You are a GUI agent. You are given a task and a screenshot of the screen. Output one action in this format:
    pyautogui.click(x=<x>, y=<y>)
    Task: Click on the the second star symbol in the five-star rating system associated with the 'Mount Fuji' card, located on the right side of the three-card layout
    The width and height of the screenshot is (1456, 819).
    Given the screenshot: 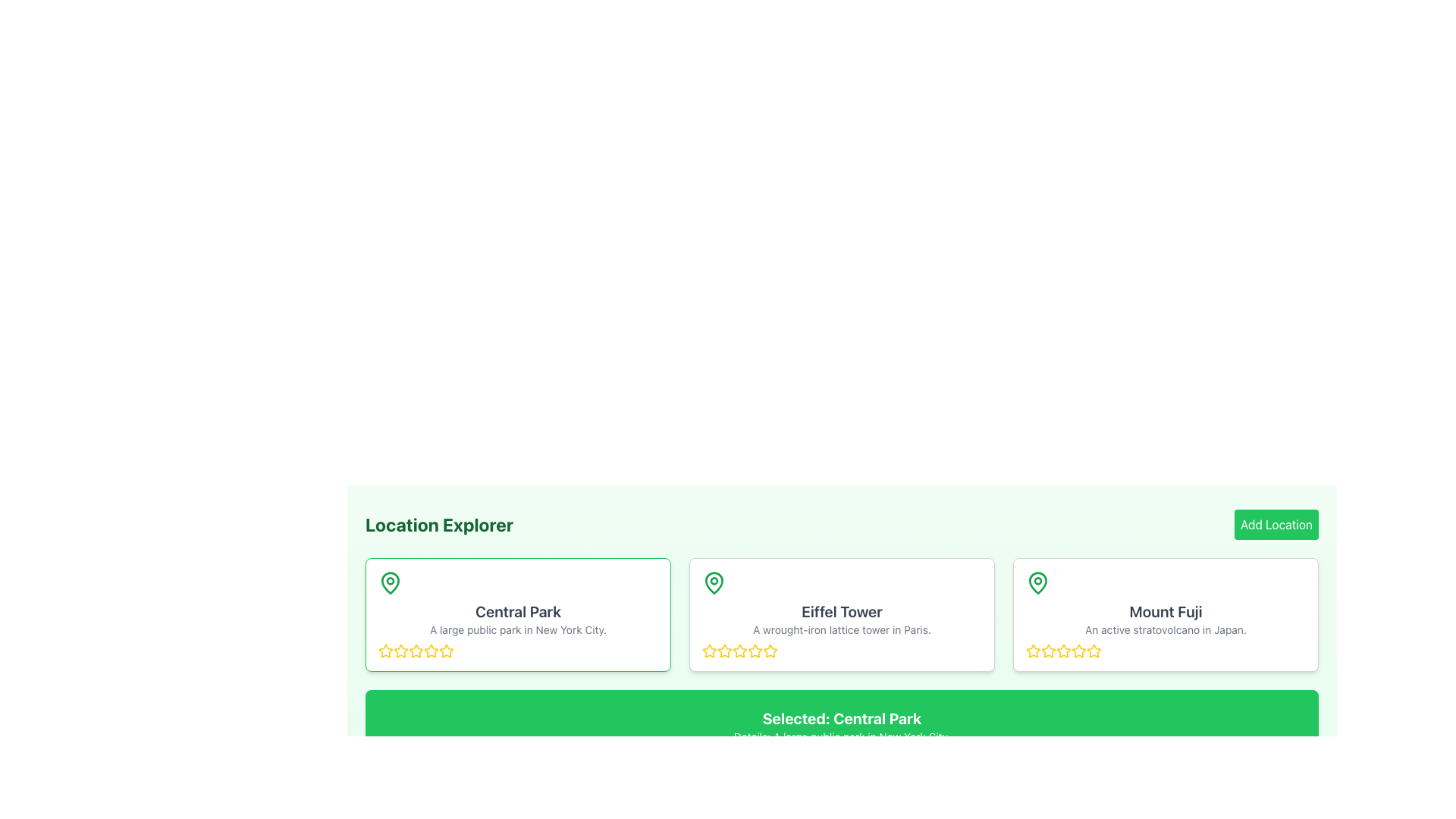 What is the action you would take?
    pyautogui.click(x=1047, y=651)
    